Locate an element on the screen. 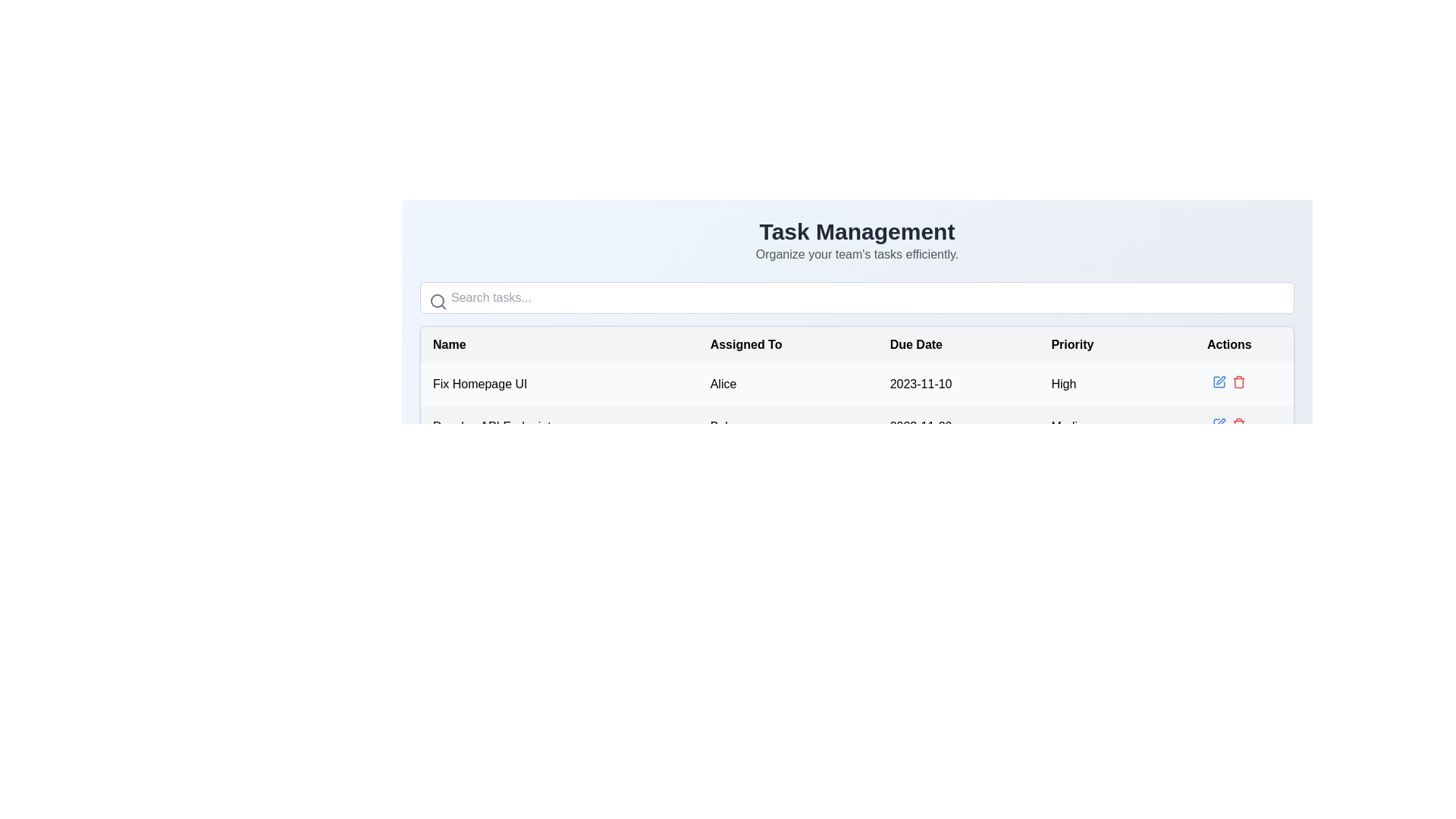  the red trash icon in the Actions column of the second row is located at coordinates (1239, 424).